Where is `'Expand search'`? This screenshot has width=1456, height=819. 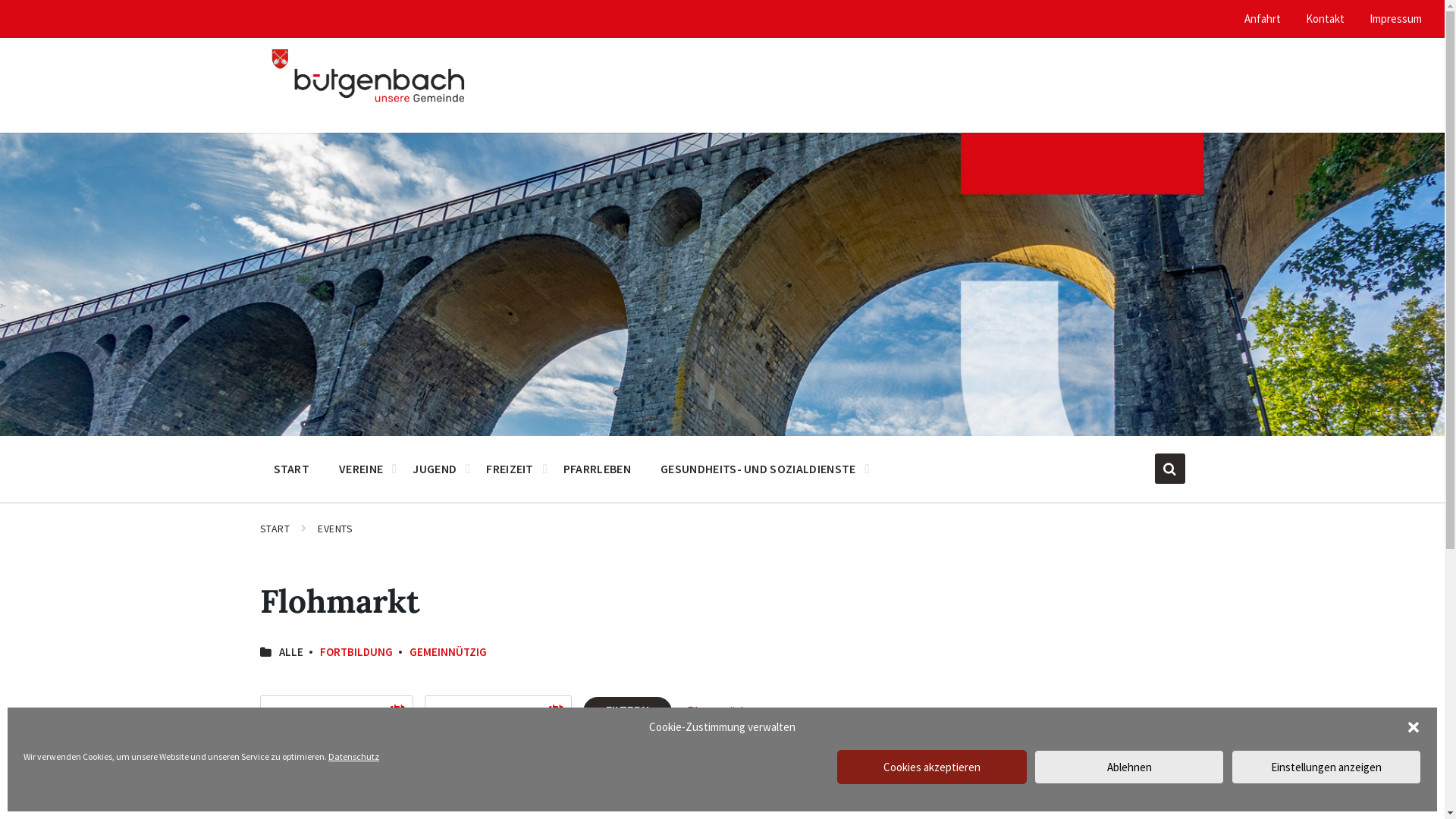 'Expand search' is located at coordinates (1168, 467).